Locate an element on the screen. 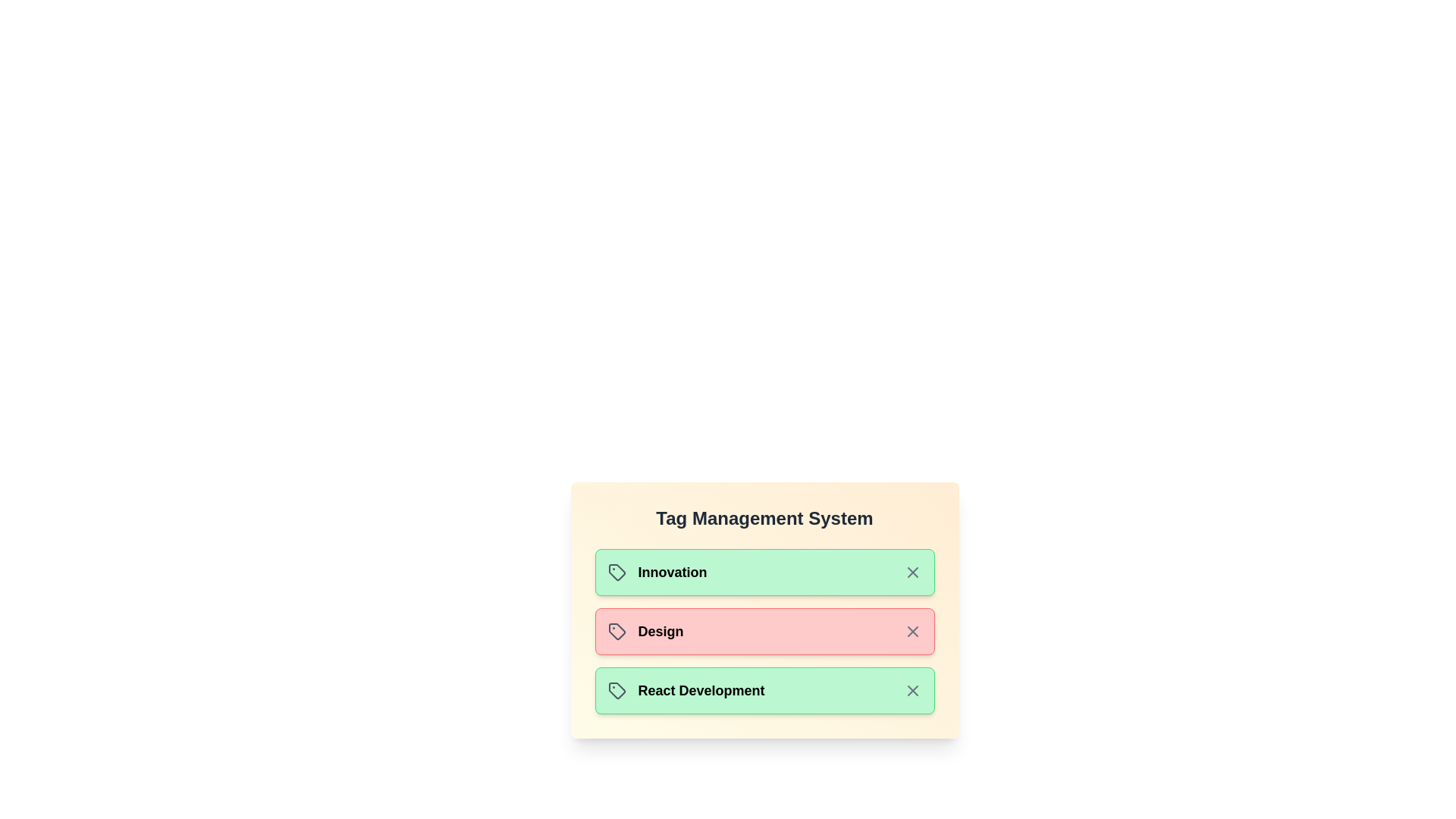  the close button of the tag labeled 'React Development' to remove it is located at coordinates (912, 690).